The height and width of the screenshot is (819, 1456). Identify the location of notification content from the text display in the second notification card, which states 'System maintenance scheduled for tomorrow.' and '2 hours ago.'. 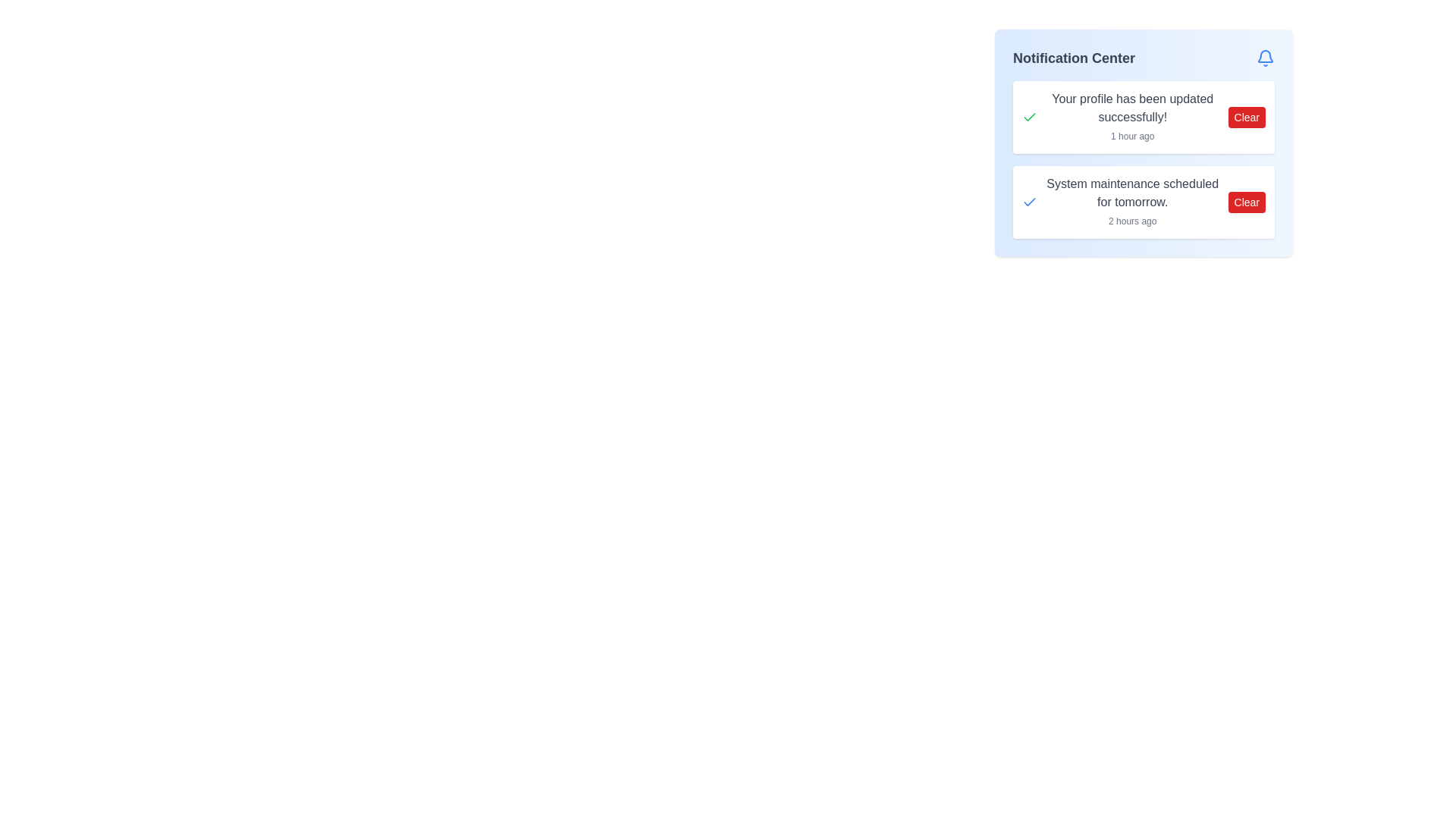
(1132, 201).